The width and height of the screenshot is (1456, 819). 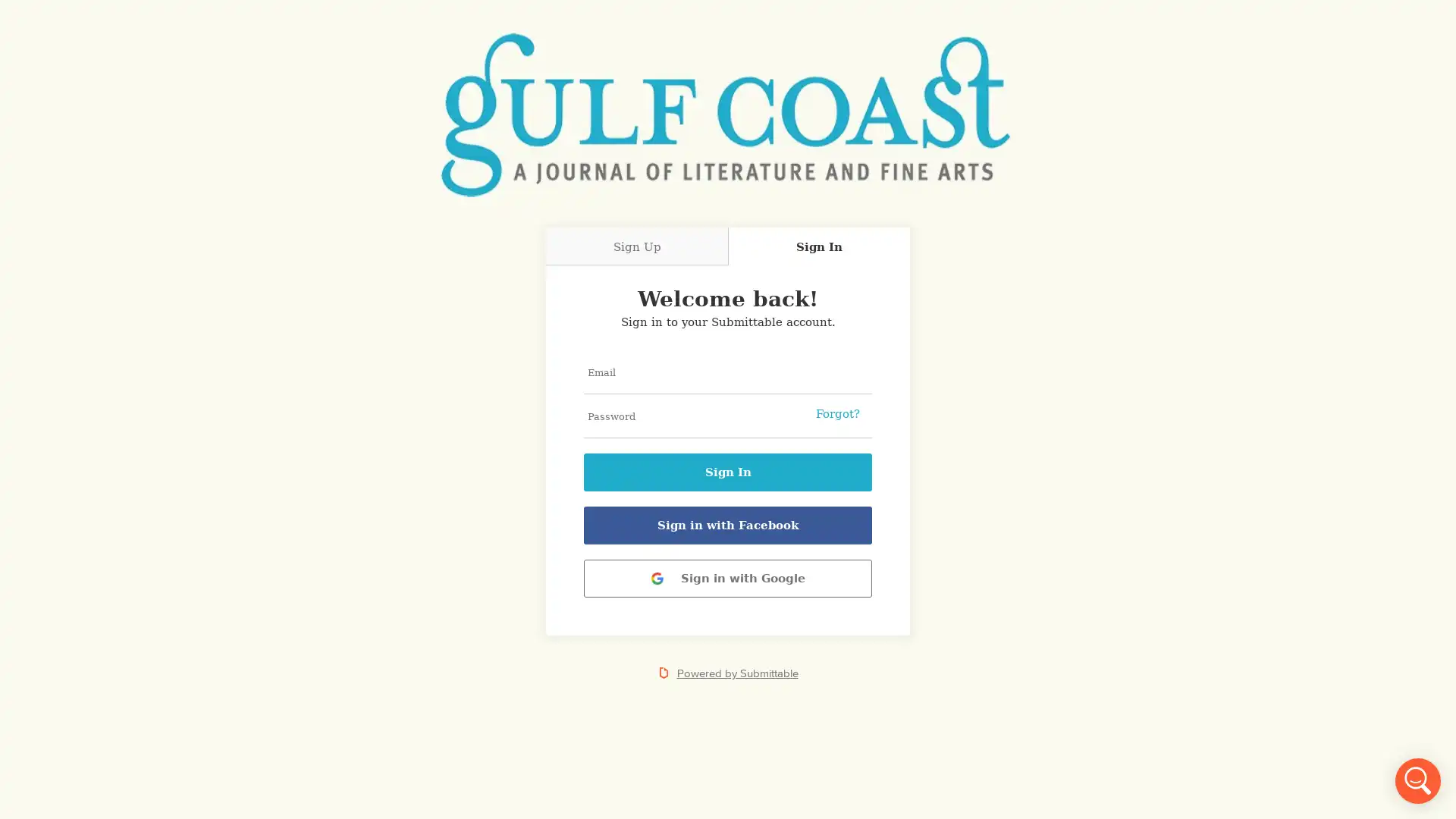 What do you see at coordinates (728, 472) in the screenshot?
I see `Sign In` at bounding box center [728, 472].